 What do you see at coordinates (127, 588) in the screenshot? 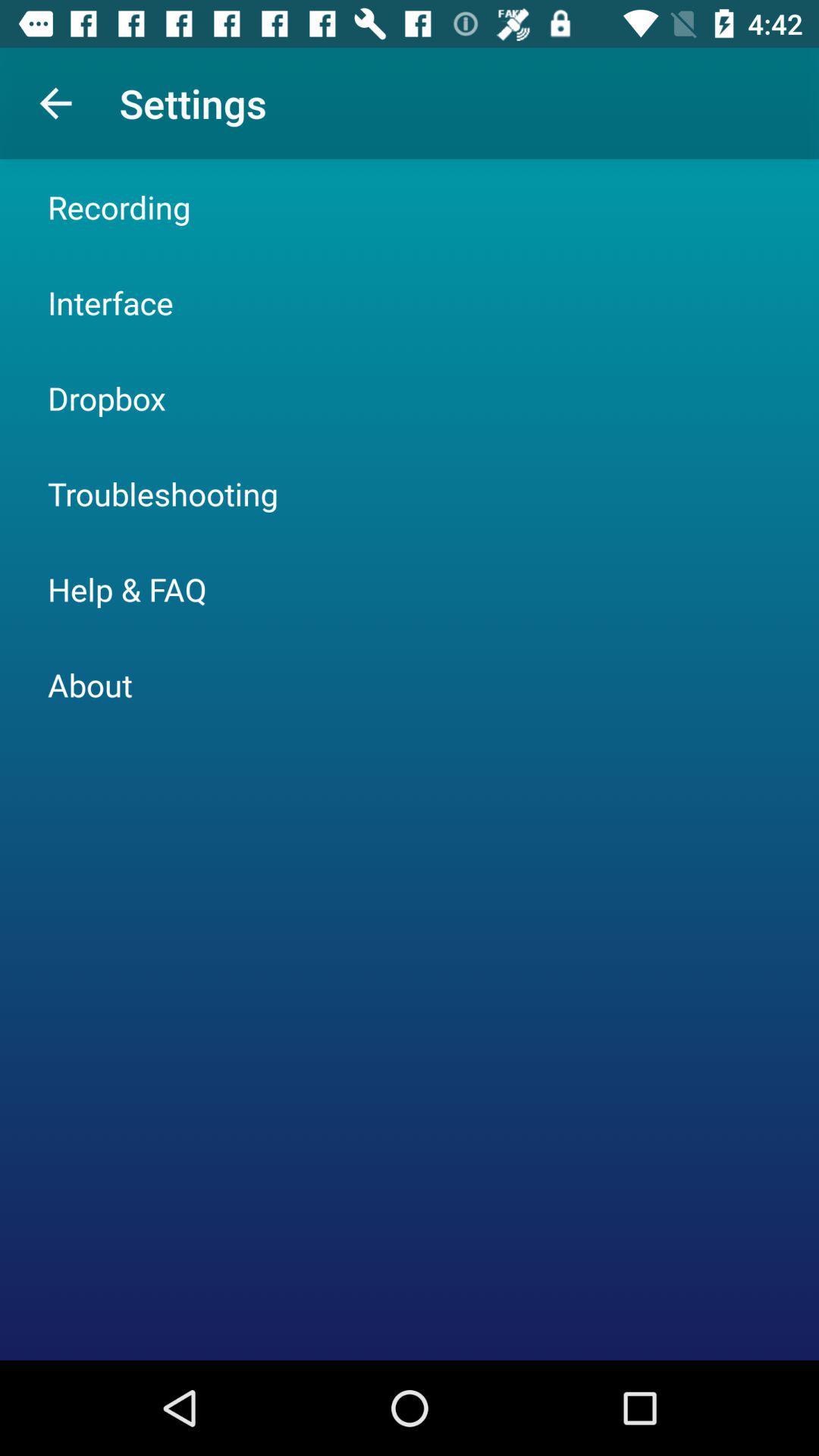
I see `the icon above the about icon` at bounding box center [127, 588].